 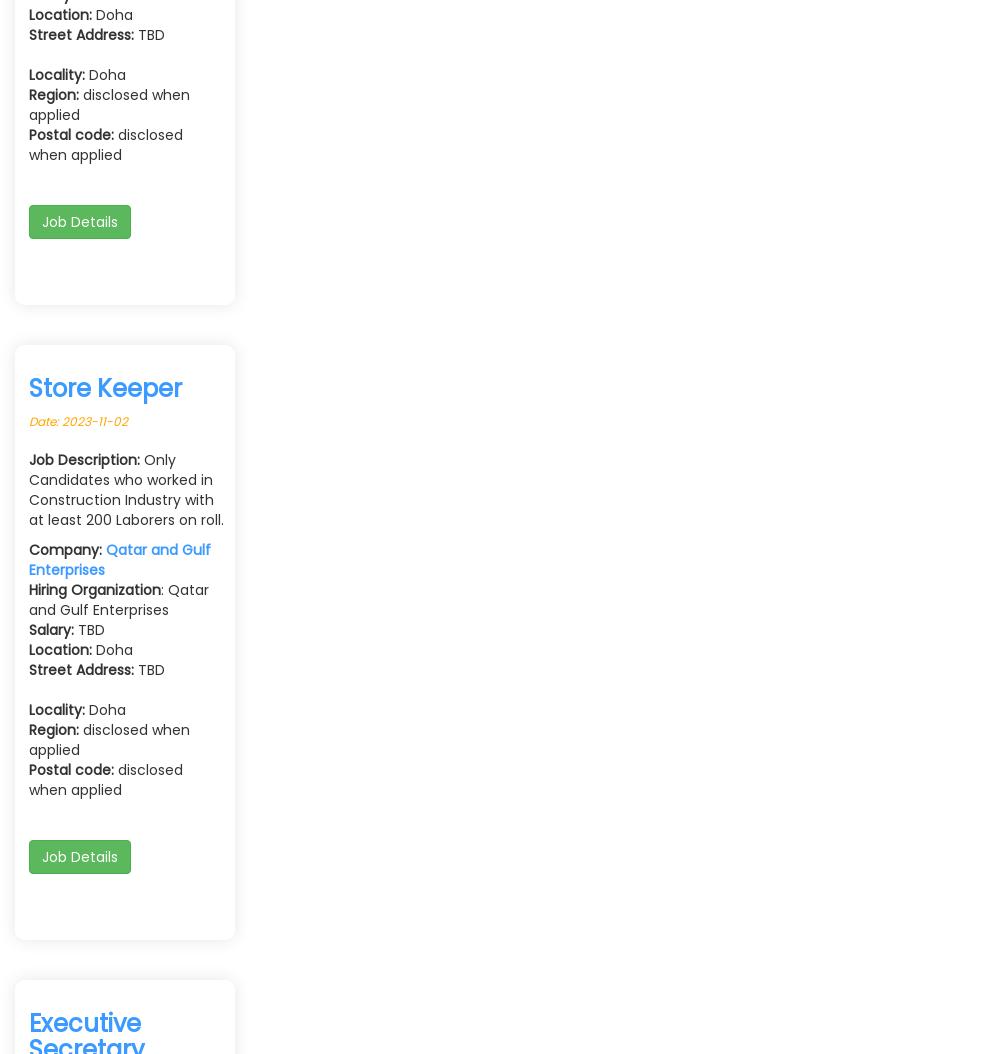 What do you see at coordinates (28, 549) in the screenshot?
I see `'Company:'` at bounding box center [28, 549].